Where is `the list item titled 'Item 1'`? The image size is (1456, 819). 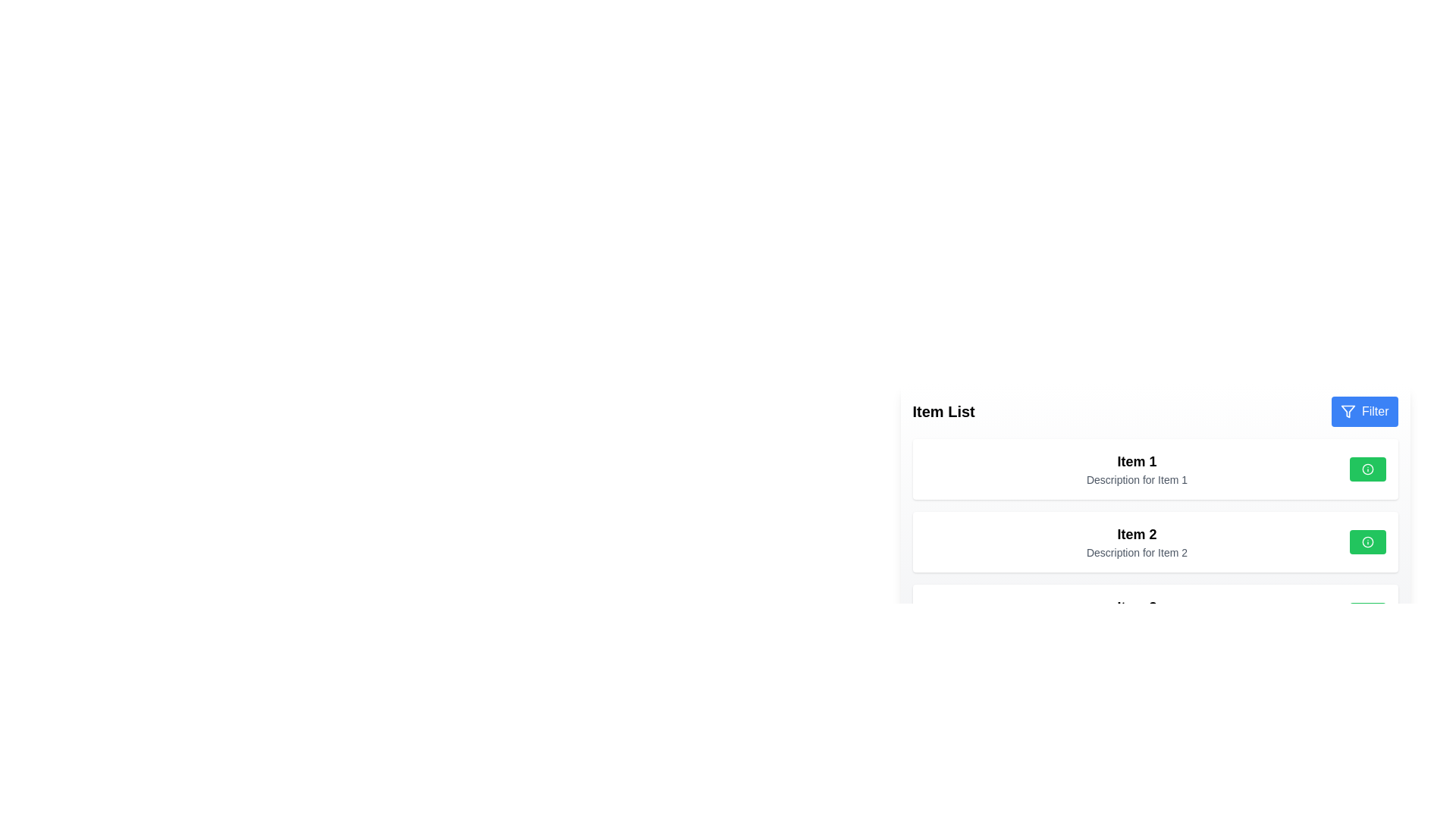 the list item titled 'Item 1' is located at coordinates (1137, 468).